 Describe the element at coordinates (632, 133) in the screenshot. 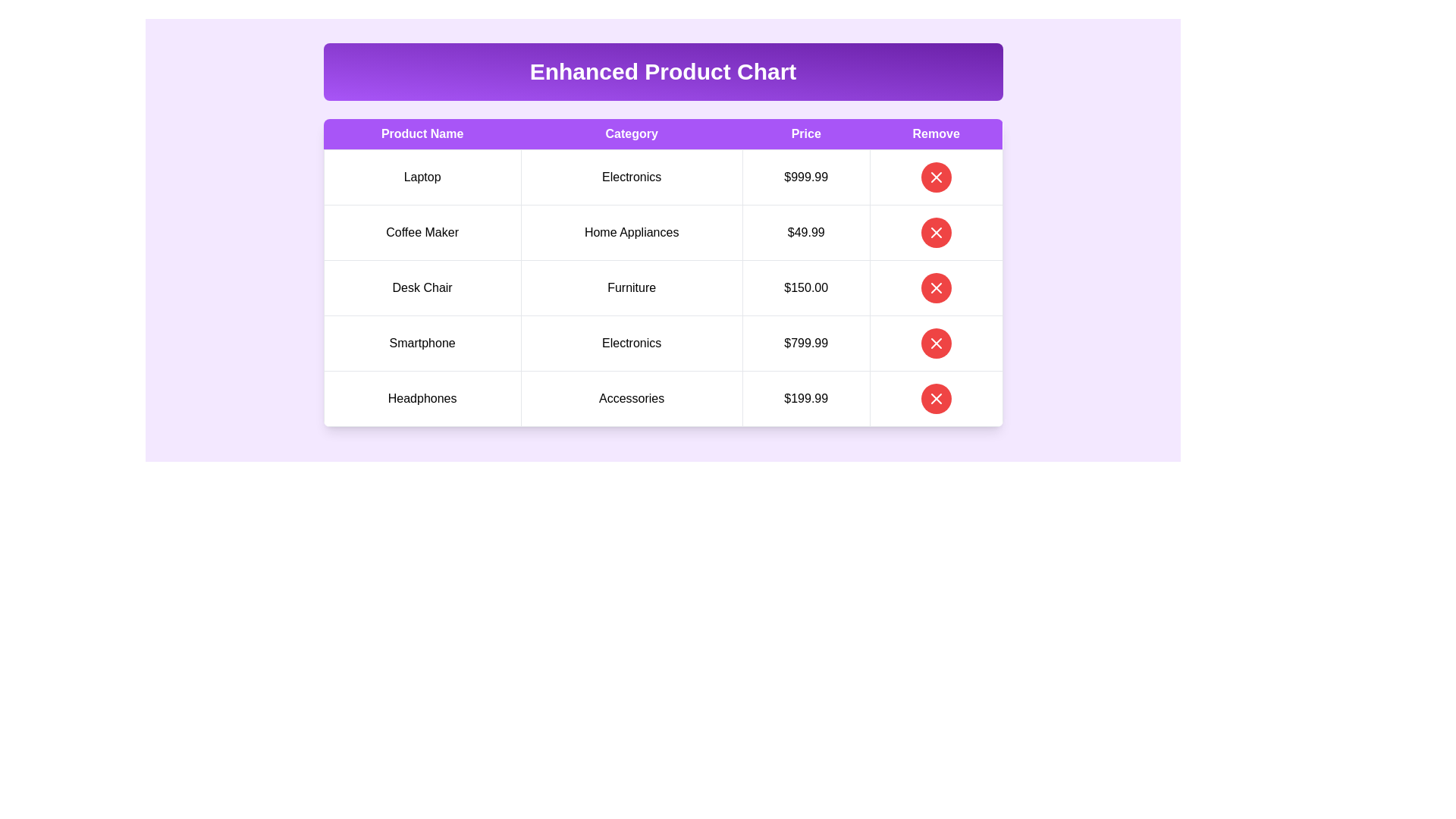

I see `the header text element labeled 'Category', which is a button-like component with a purple background and white text, located in the second position of the header row of a table` at that location.